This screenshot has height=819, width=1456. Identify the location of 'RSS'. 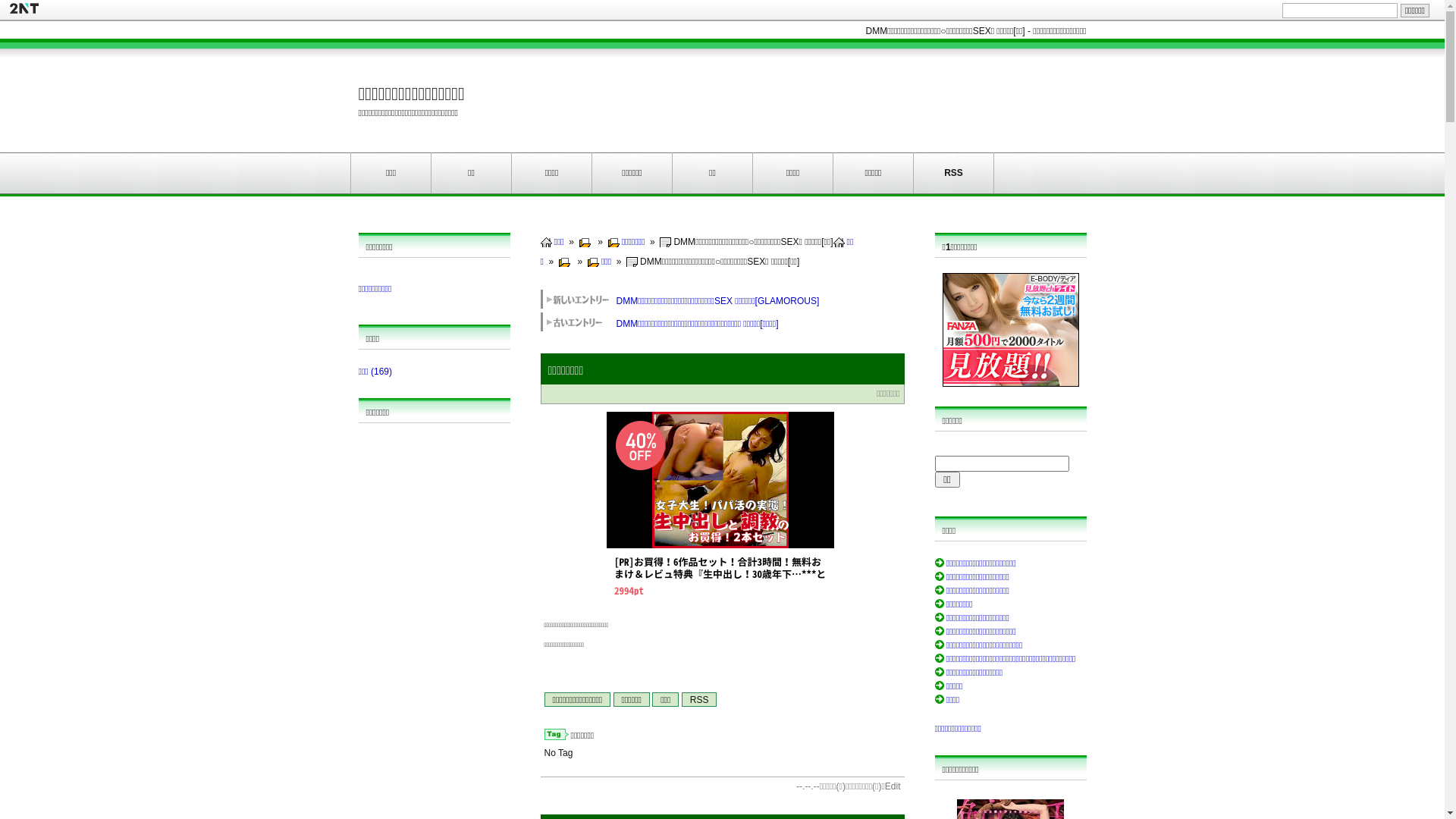
(698, 699).